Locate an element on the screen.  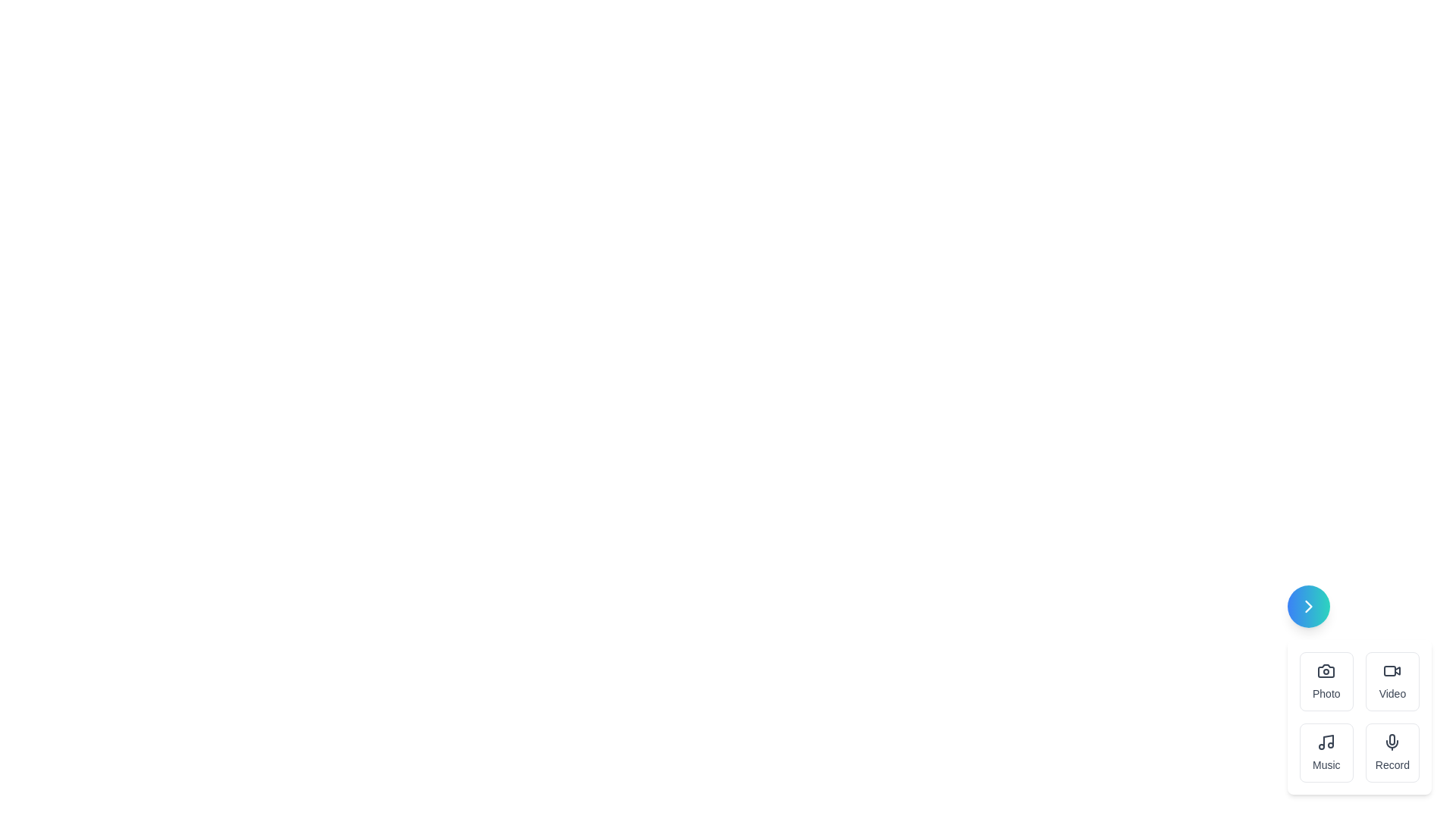
the button labeled Music to see its hover effect is located at coordinates (1326, 752).